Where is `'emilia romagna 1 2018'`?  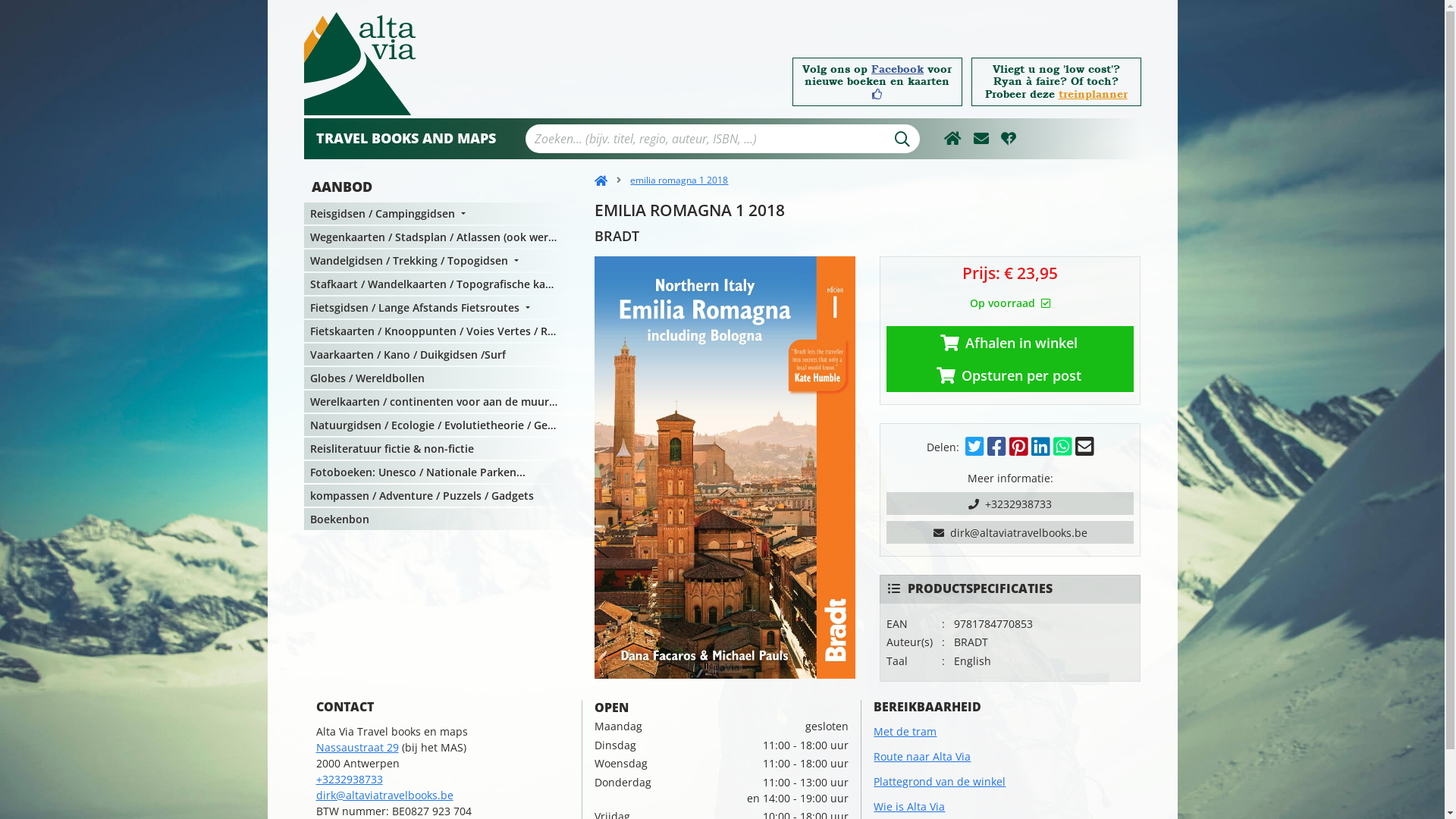
'emilia romagna 1 2018' is located at coordinates (607, 180).